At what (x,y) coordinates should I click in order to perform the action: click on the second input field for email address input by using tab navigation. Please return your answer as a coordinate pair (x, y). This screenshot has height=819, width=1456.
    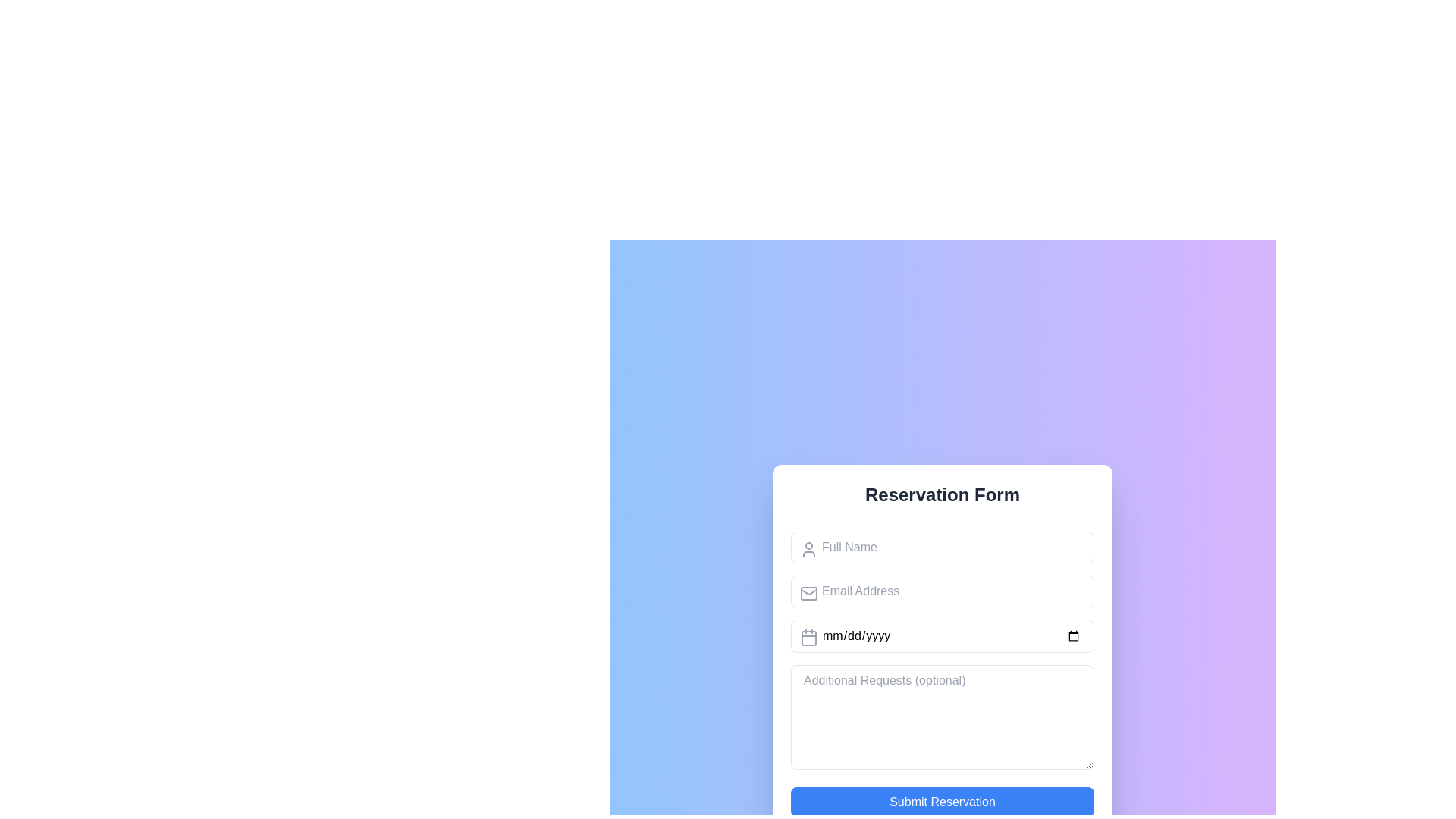
    Looking at the image, I should click on (942, 590).